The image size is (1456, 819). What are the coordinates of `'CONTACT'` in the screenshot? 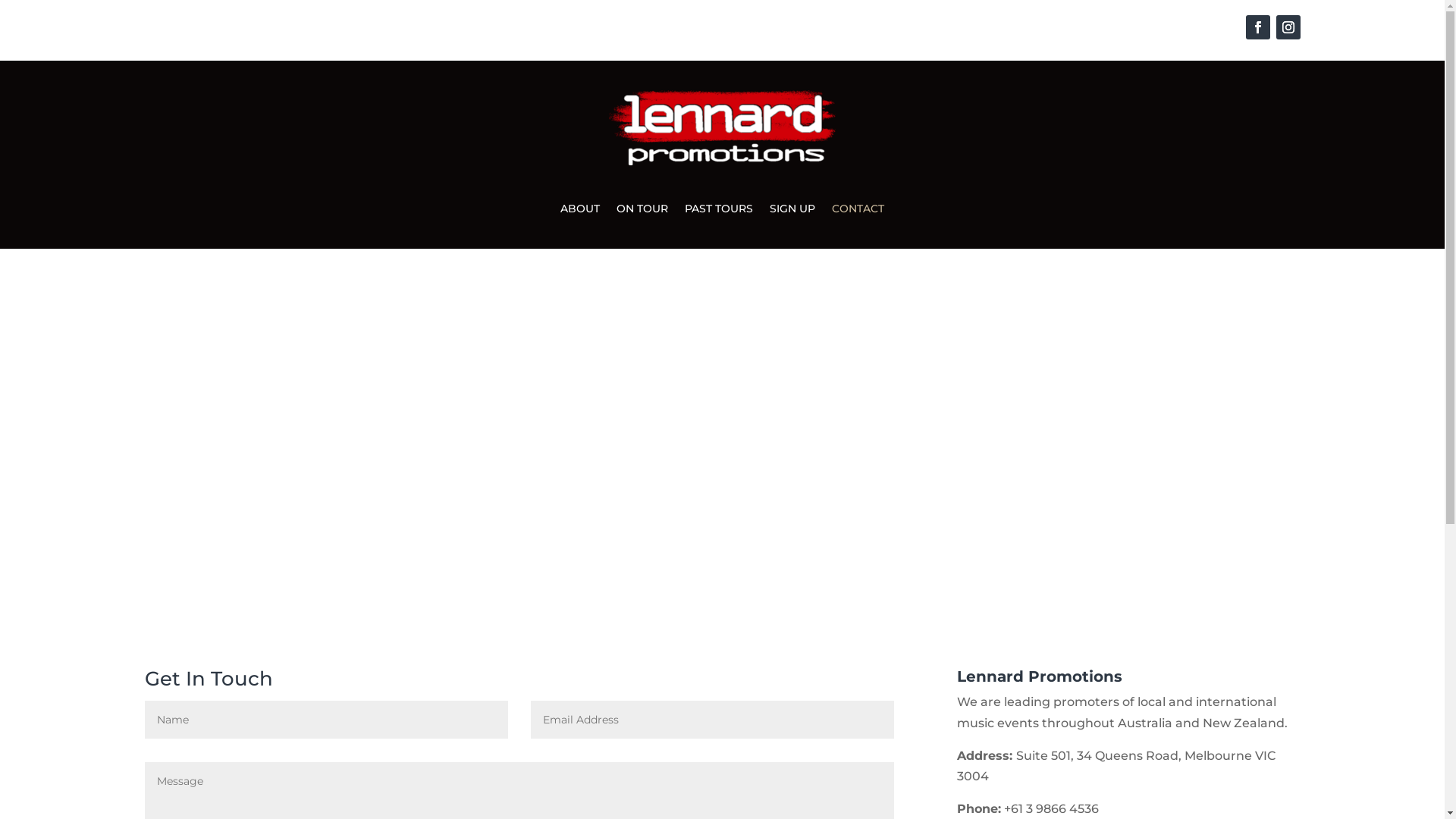 It's located at (831, 211).